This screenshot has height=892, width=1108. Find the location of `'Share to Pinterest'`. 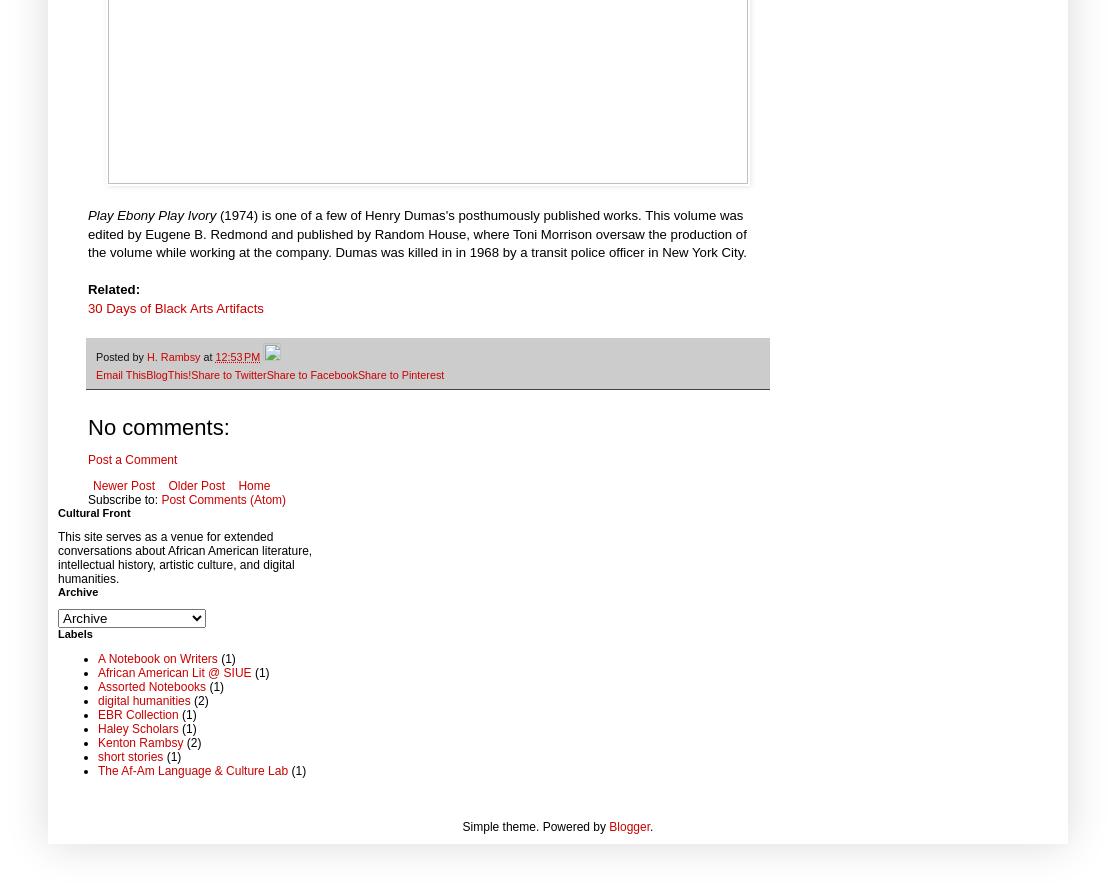

'Share to Pinterest' is located at coordinates (400, 373).